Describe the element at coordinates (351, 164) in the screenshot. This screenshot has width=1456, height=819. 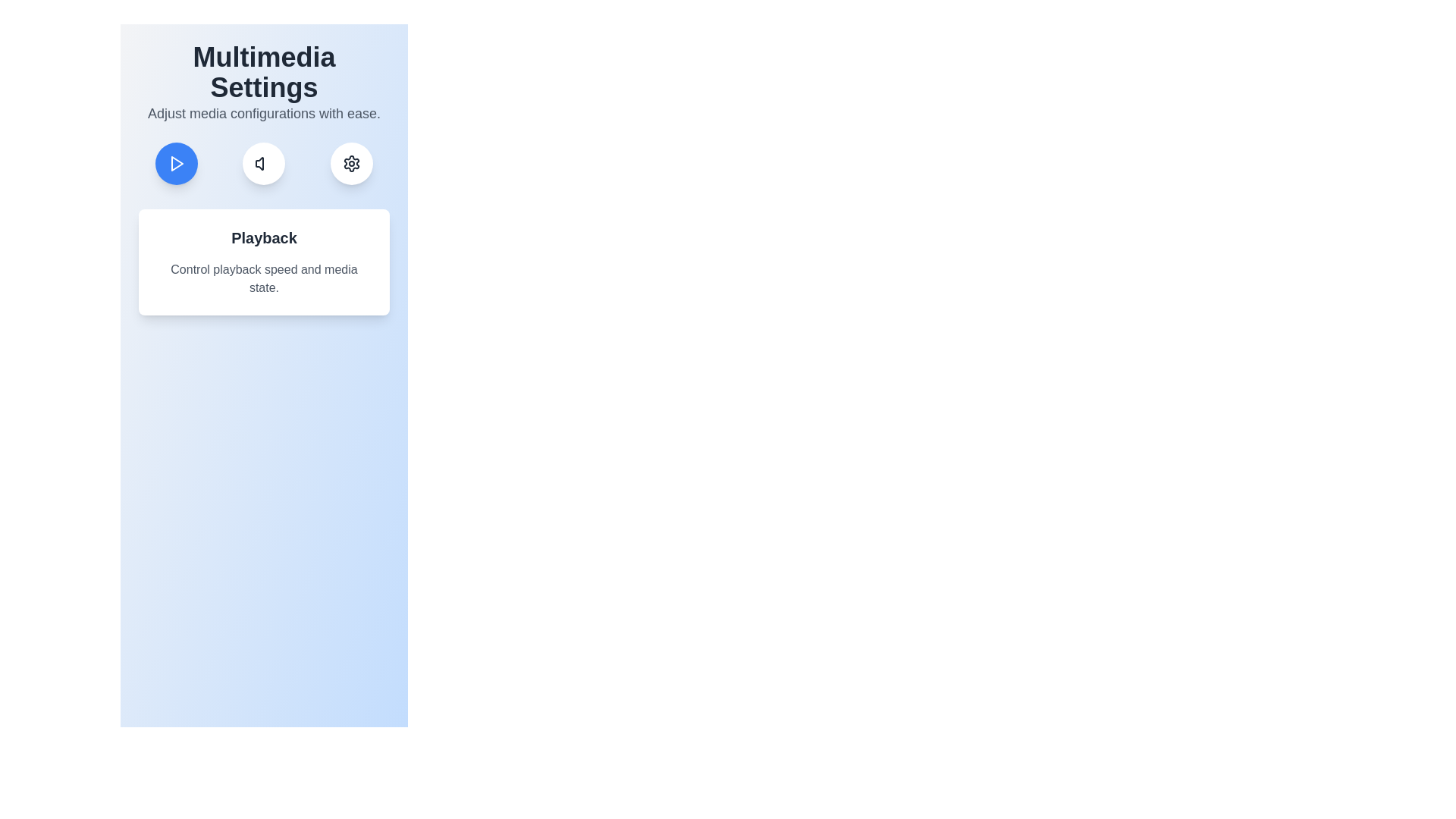
I see `the Settings tab by clicking its corresponding button` at that location.